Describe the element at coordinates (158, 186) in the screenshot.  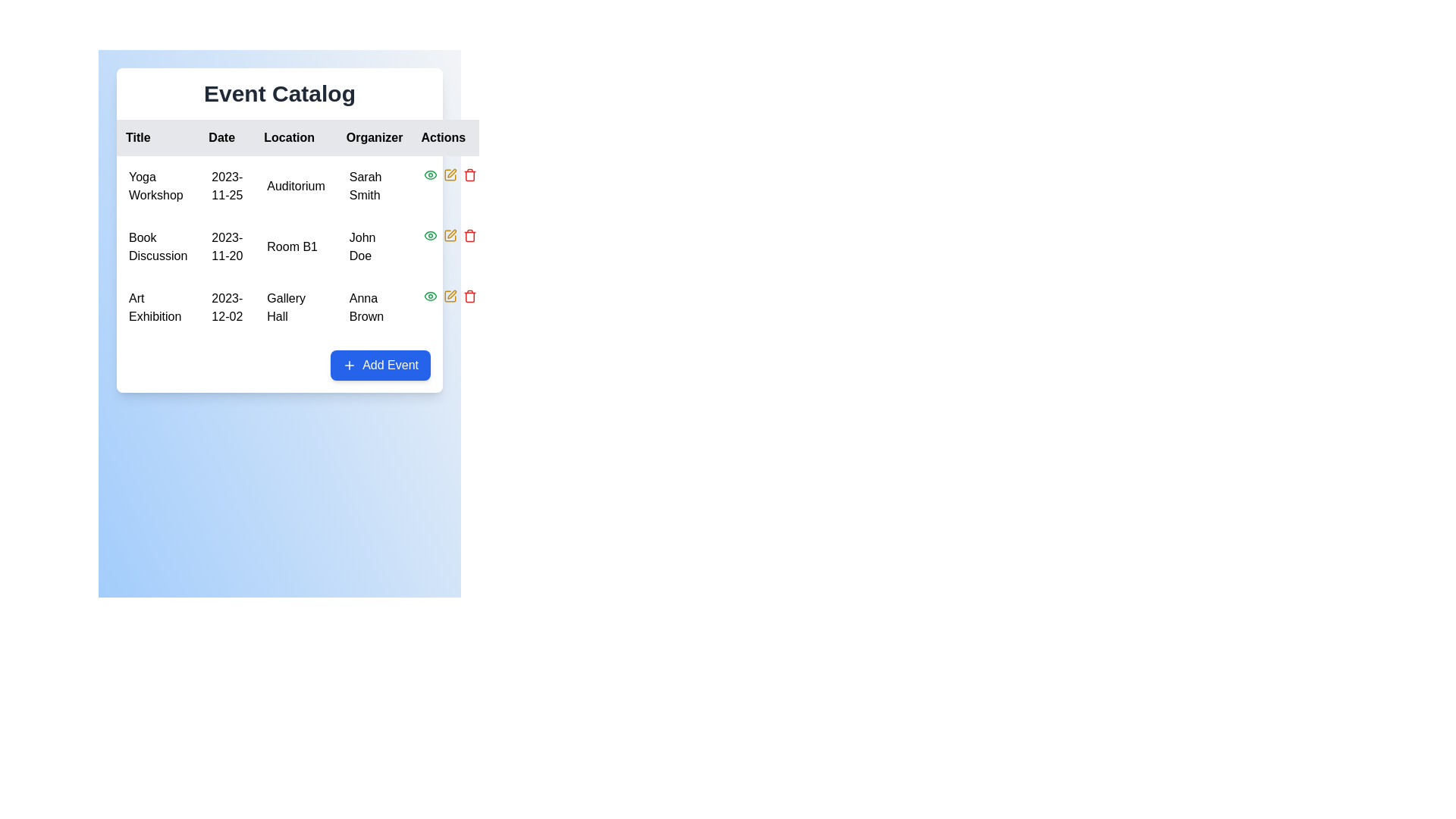
I see `the static text element displaying 'Yoga Workshop' in the first row of the table under the 'Title' column` at that location.